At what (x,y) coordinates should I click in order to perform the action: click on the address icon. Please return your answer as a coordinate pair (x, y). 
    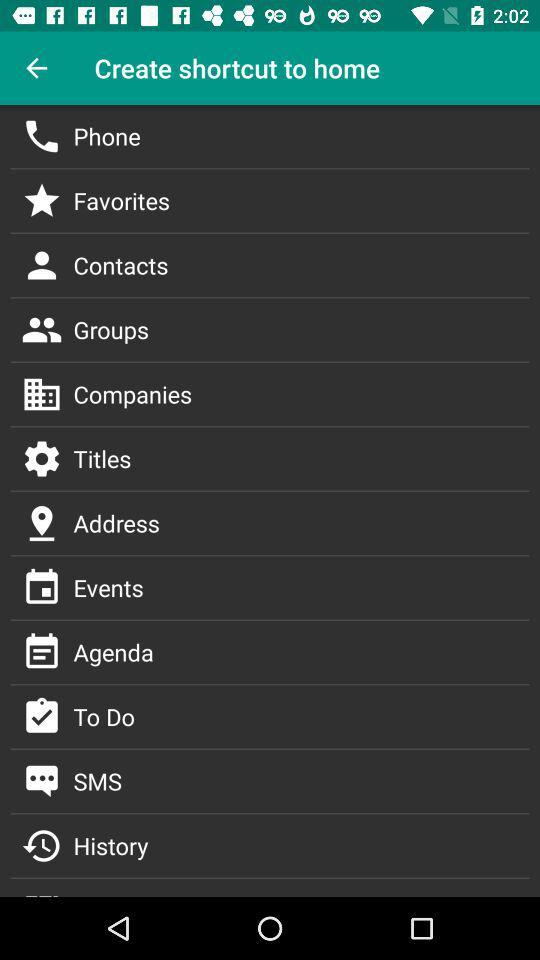
    Looking at the image, I should click on (42, 522).